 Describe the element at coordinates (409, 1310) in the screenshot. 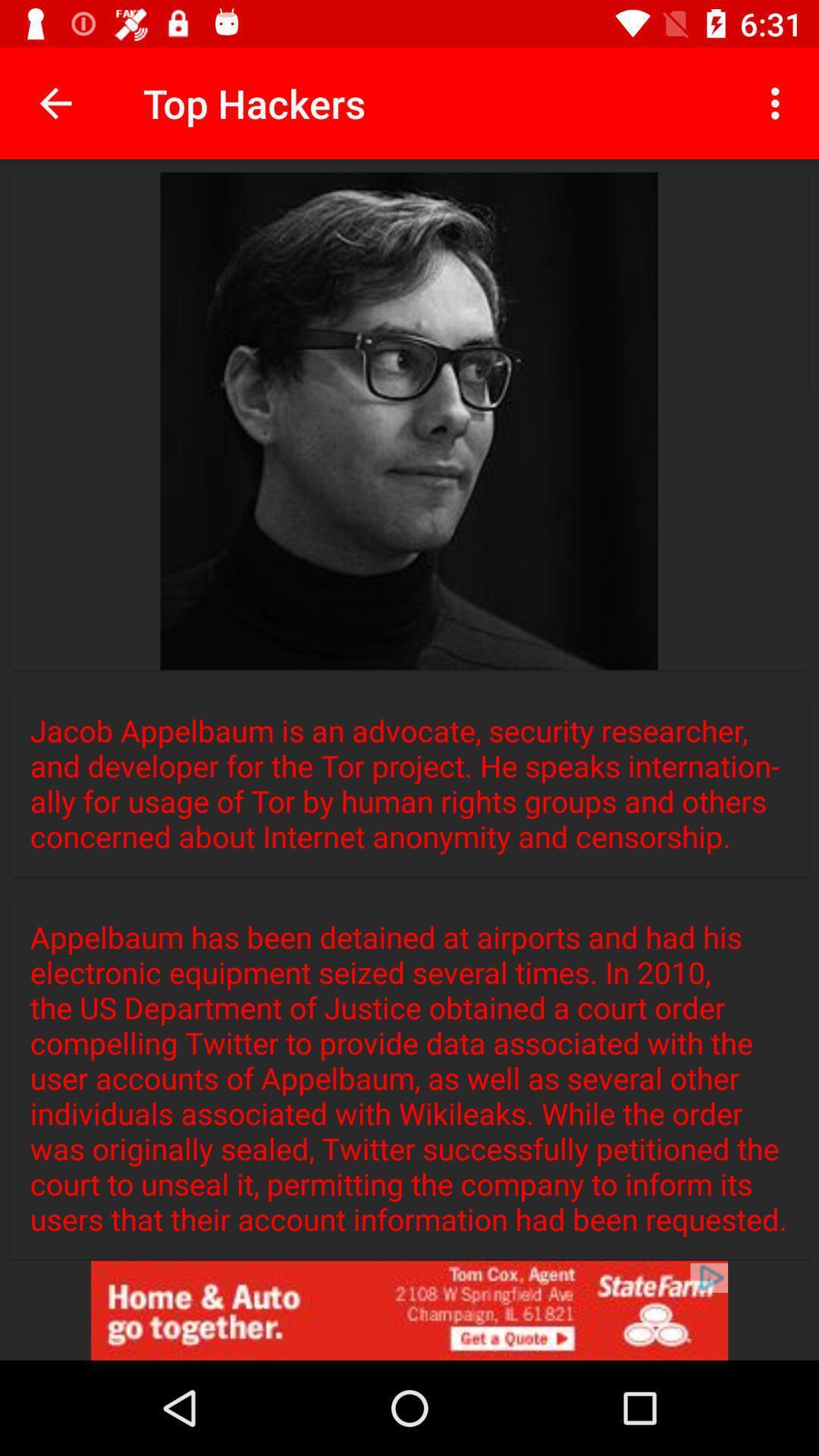

I see `statefarm advertisement` at that location.